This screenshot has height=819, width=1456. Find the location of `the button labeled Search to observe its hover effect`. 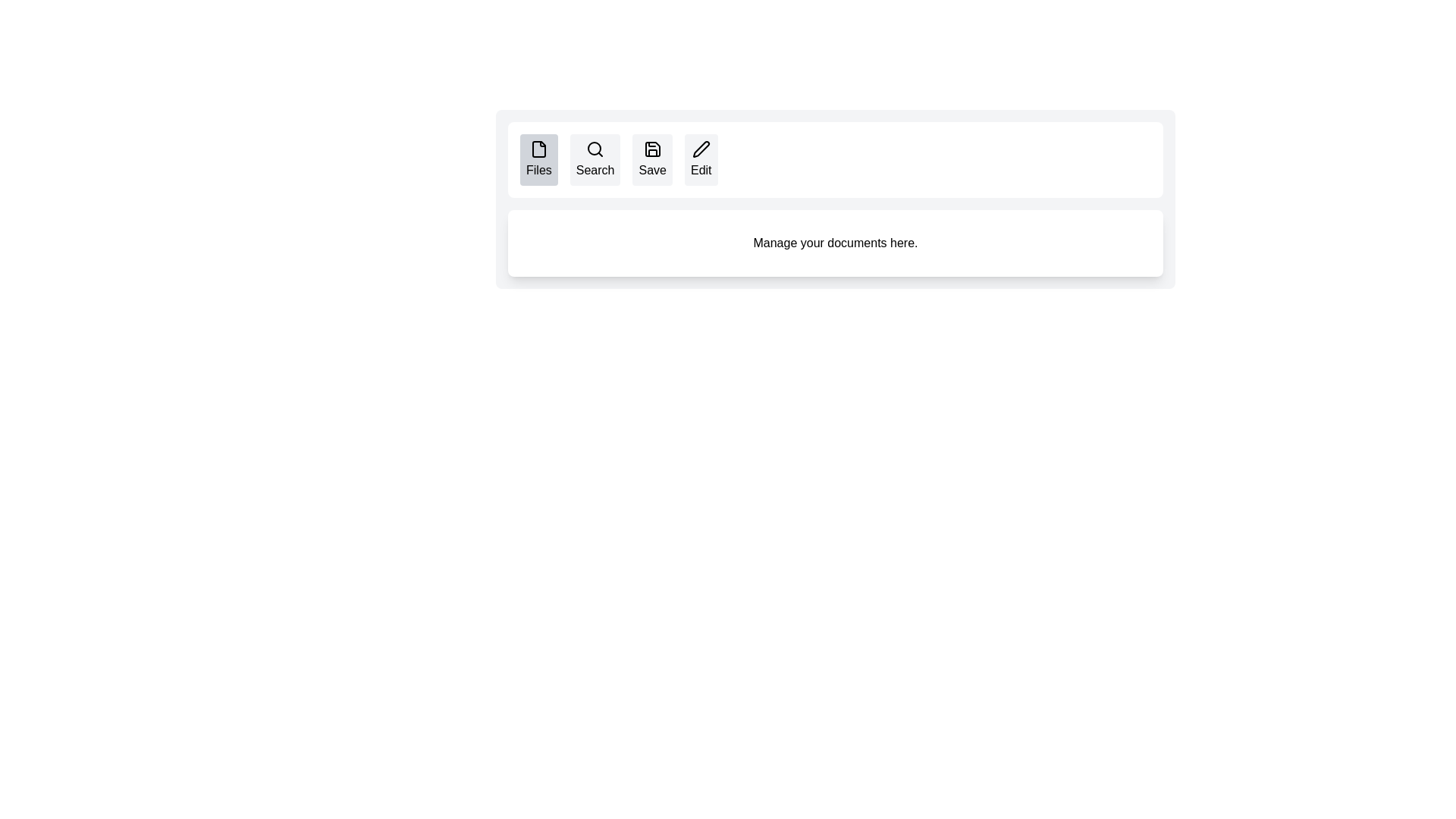

the button labeled Search to observe its hover effect is located at coordinates (595, 160).